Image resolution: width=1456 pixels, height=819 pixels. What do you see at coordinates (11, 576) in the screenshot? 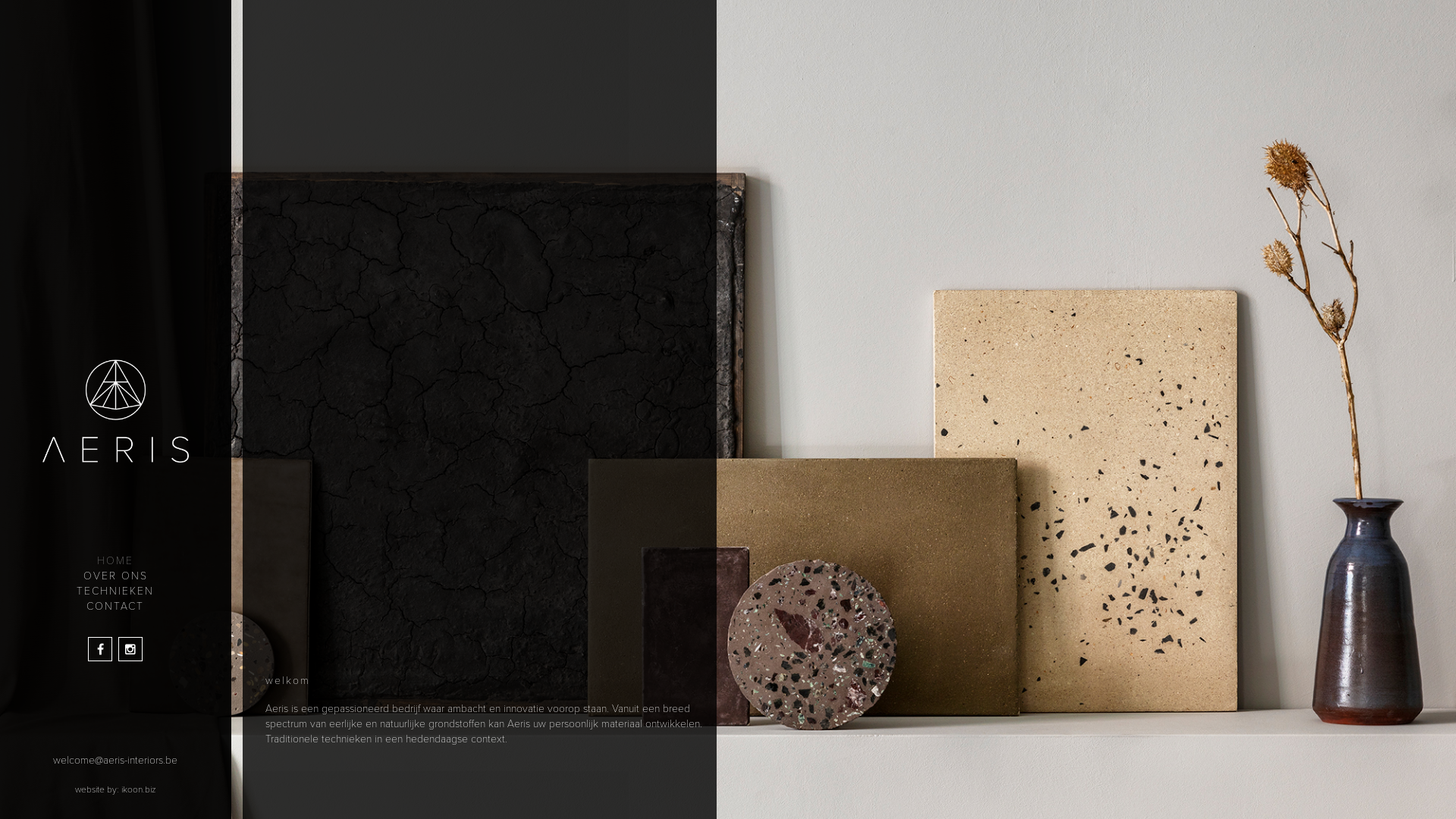
I see `'OVER ONS'` at bounding box center [11, 576].